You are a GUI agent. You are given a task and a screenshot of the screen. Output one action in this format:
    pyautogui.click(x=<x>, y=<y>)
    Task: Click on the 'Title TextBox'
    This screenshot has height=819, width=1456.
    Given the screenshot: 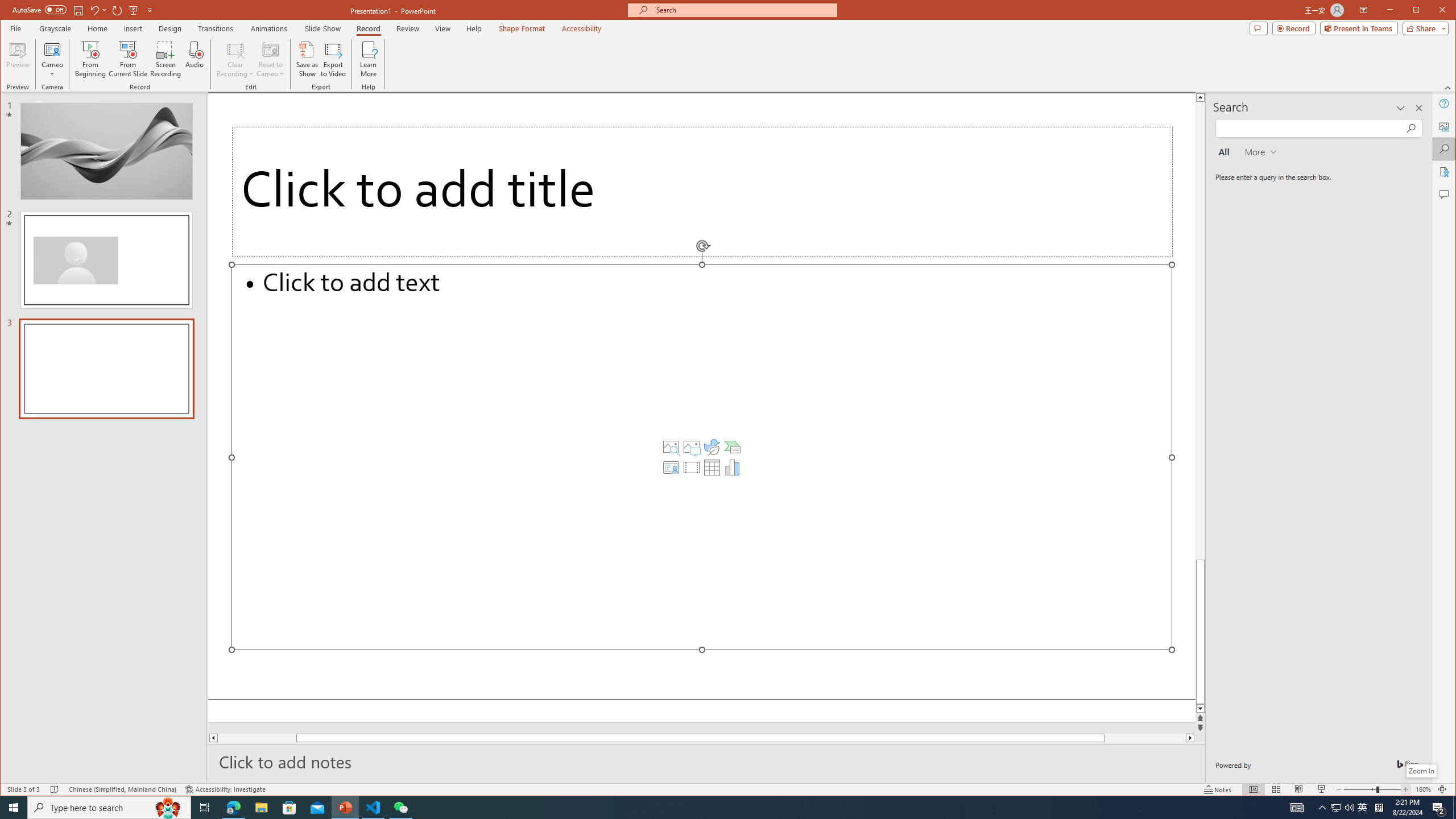 What is the action you would take?
    pyautogui.click(x=701, y=192)
    